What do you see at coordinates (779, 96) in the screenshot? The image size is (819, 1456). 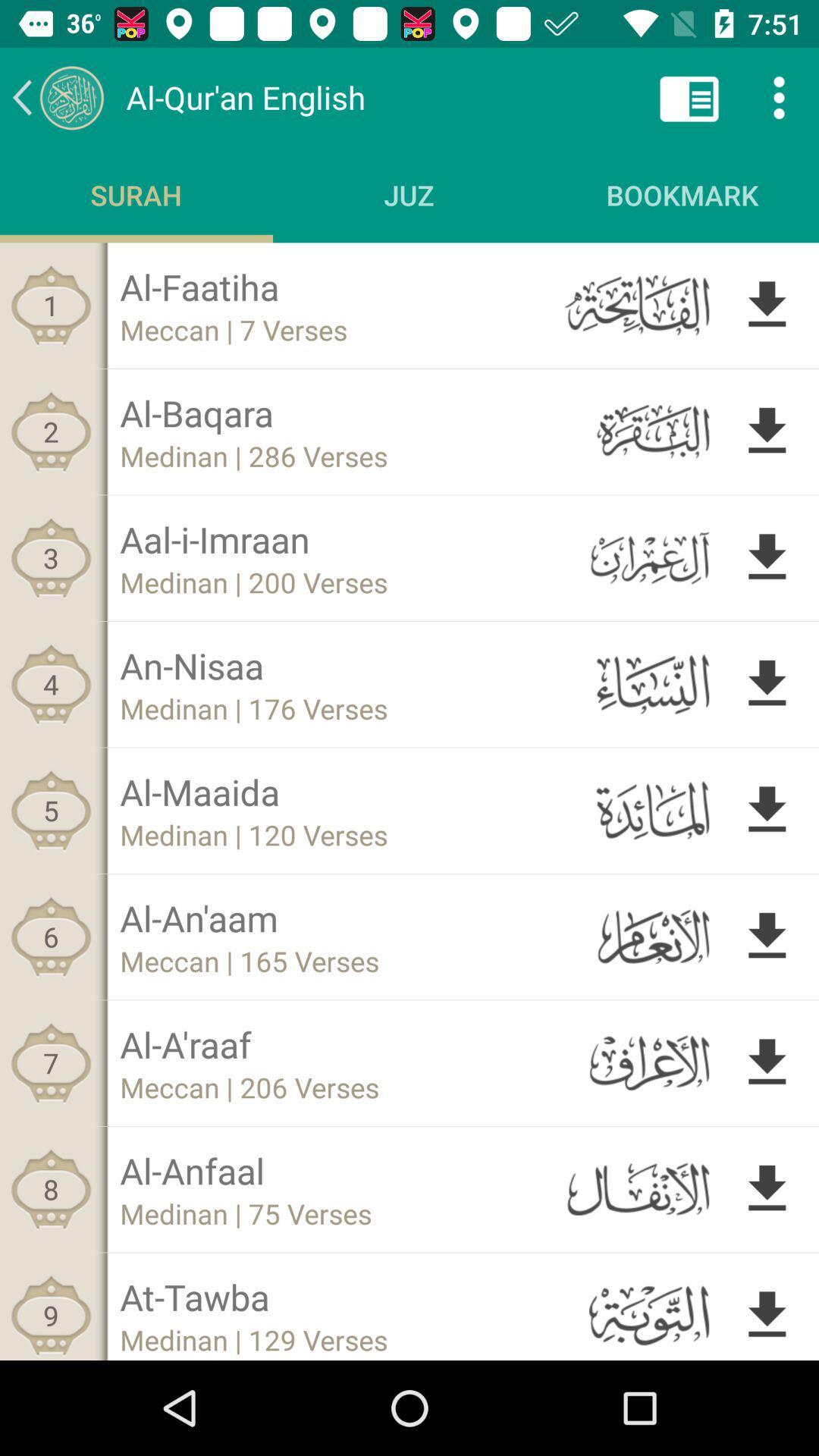 I see `the more icon` at bounding box center [779, 96].